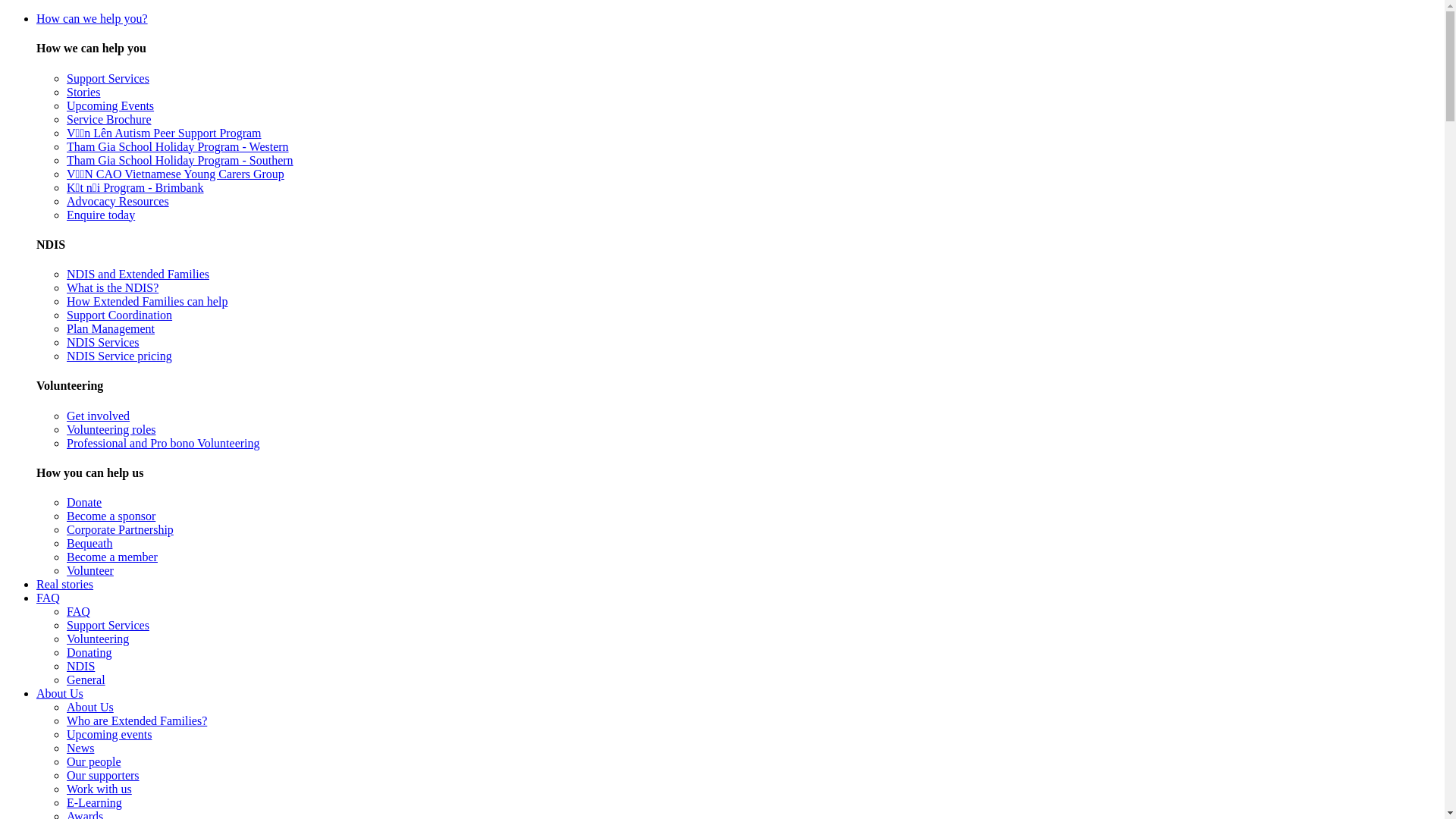 The height and width of the screenshot is (819, 1456). Describe the element at coordinates (100, 215) in the screenshot. I see `'Enquire today'` at that location.